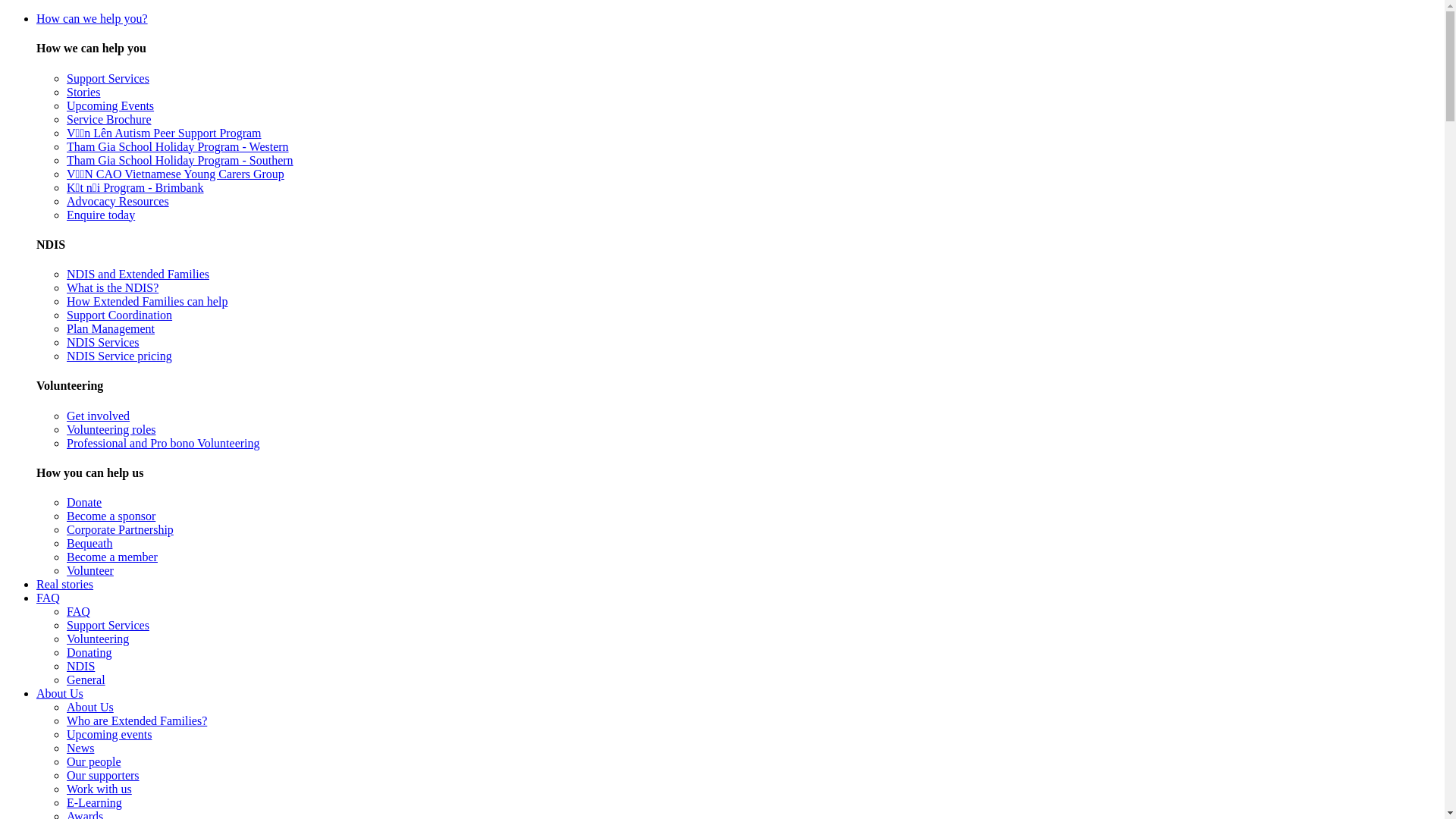 The height and width of the screenshot is (819, 1456). Describe the element at coordinates (100, 215) in the screenshot. I see `'Enquire today'` at that location.